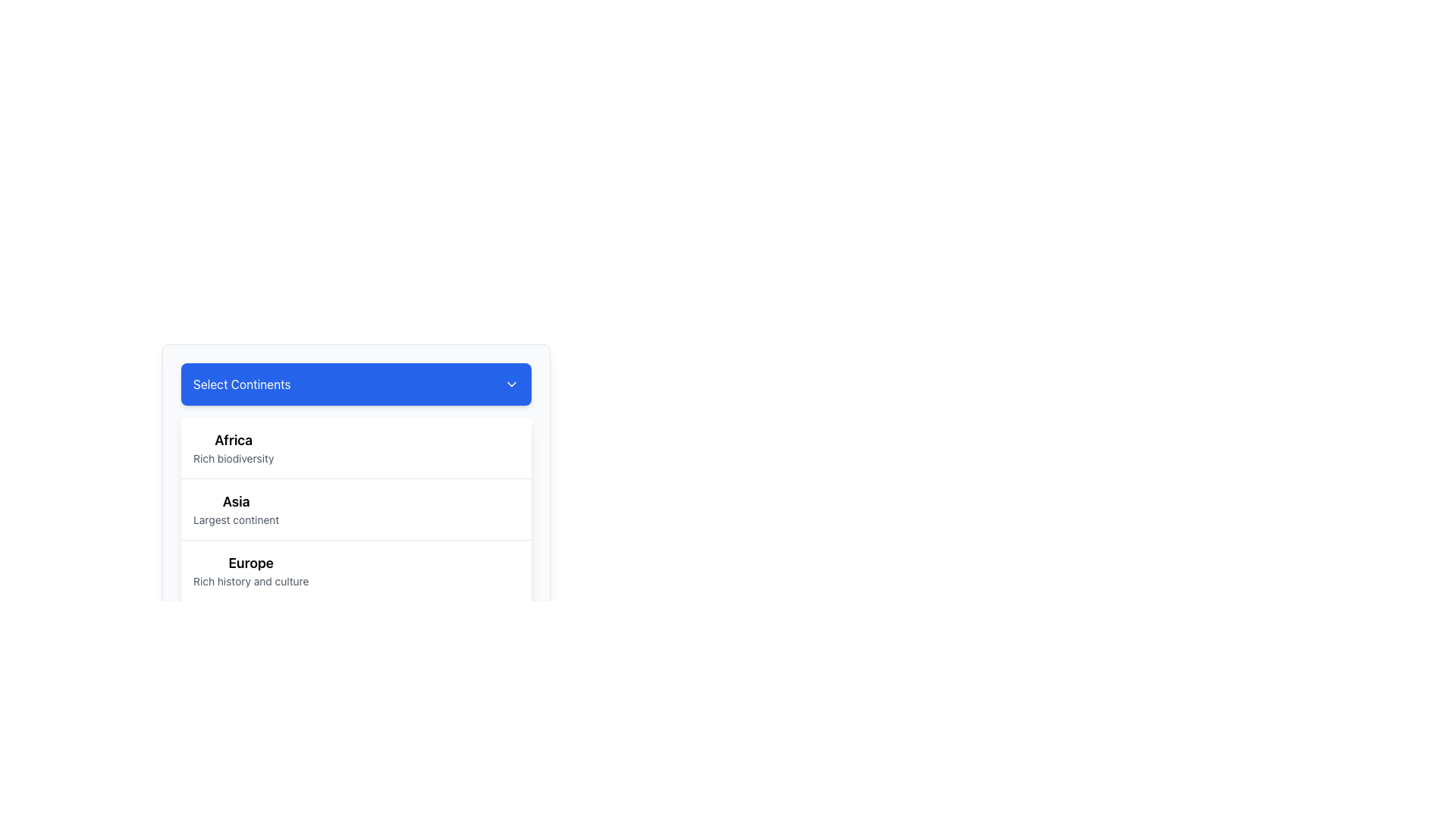  I want to click on the text label displaying 'Africa', which is a bold and larger font indicating a high-level heading, located below the 'Select Continents' dropdown and is the first item in the list, so click(233, 441).